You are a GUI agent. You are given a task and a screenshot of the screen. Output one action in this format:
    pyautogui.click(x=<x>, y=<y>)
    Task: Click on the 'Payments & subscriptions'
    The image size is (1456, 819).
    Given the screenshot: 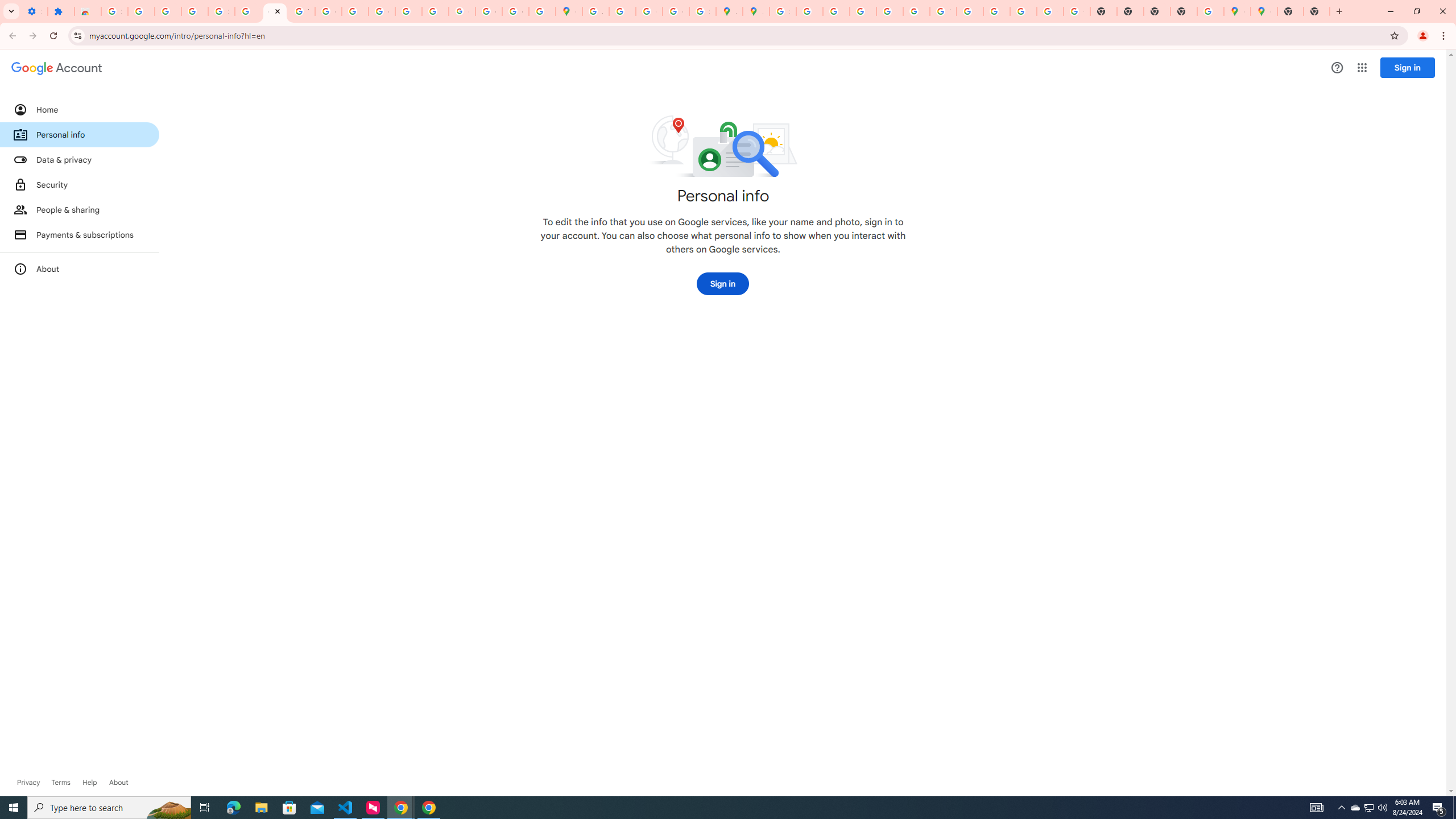 What is the action you would take?
    pyautogui.click(x=78, y=235)
    